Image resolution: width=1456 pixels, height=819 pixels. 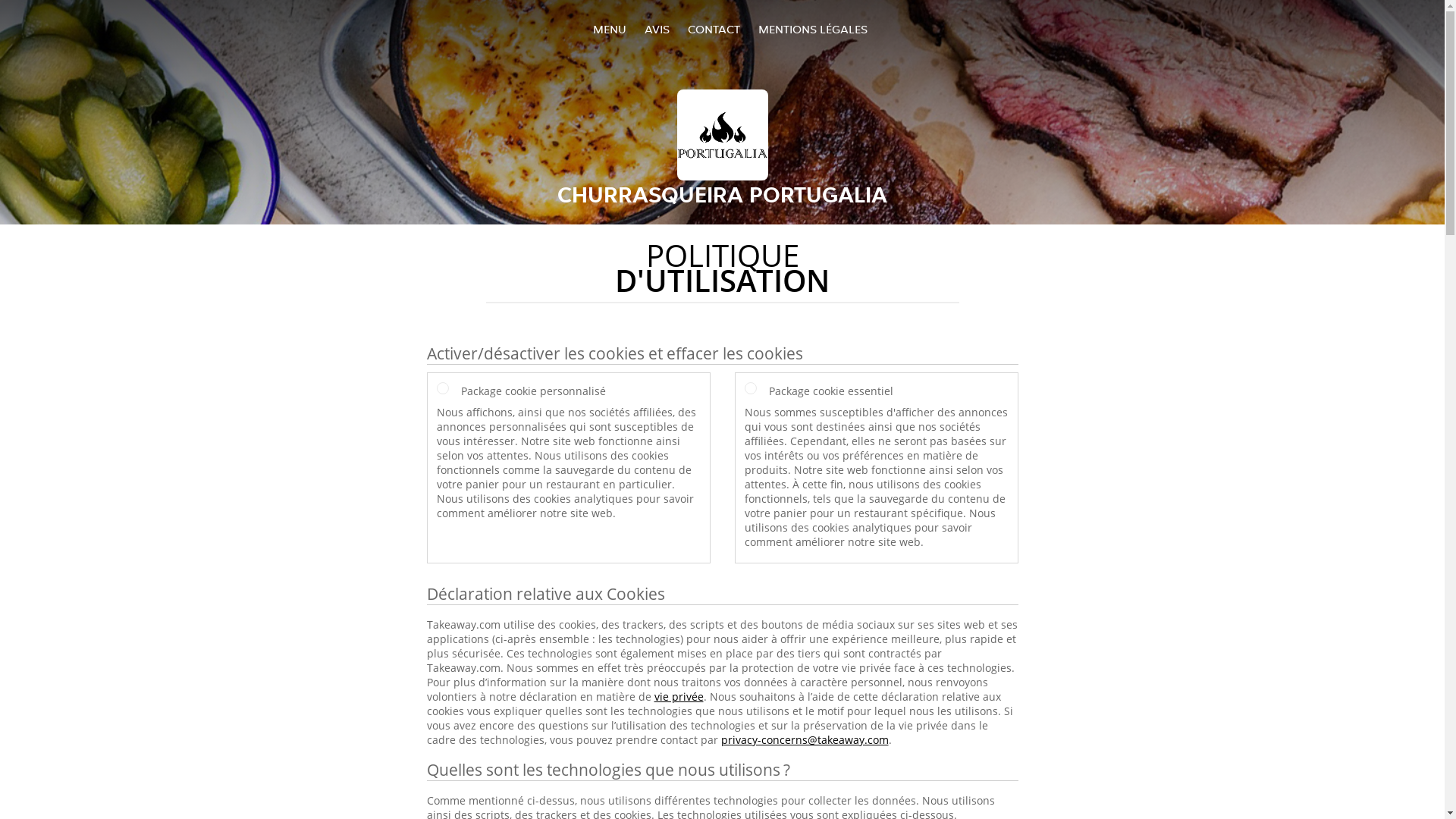 I want to click on 'AVIS', so click(x=657, y=29).